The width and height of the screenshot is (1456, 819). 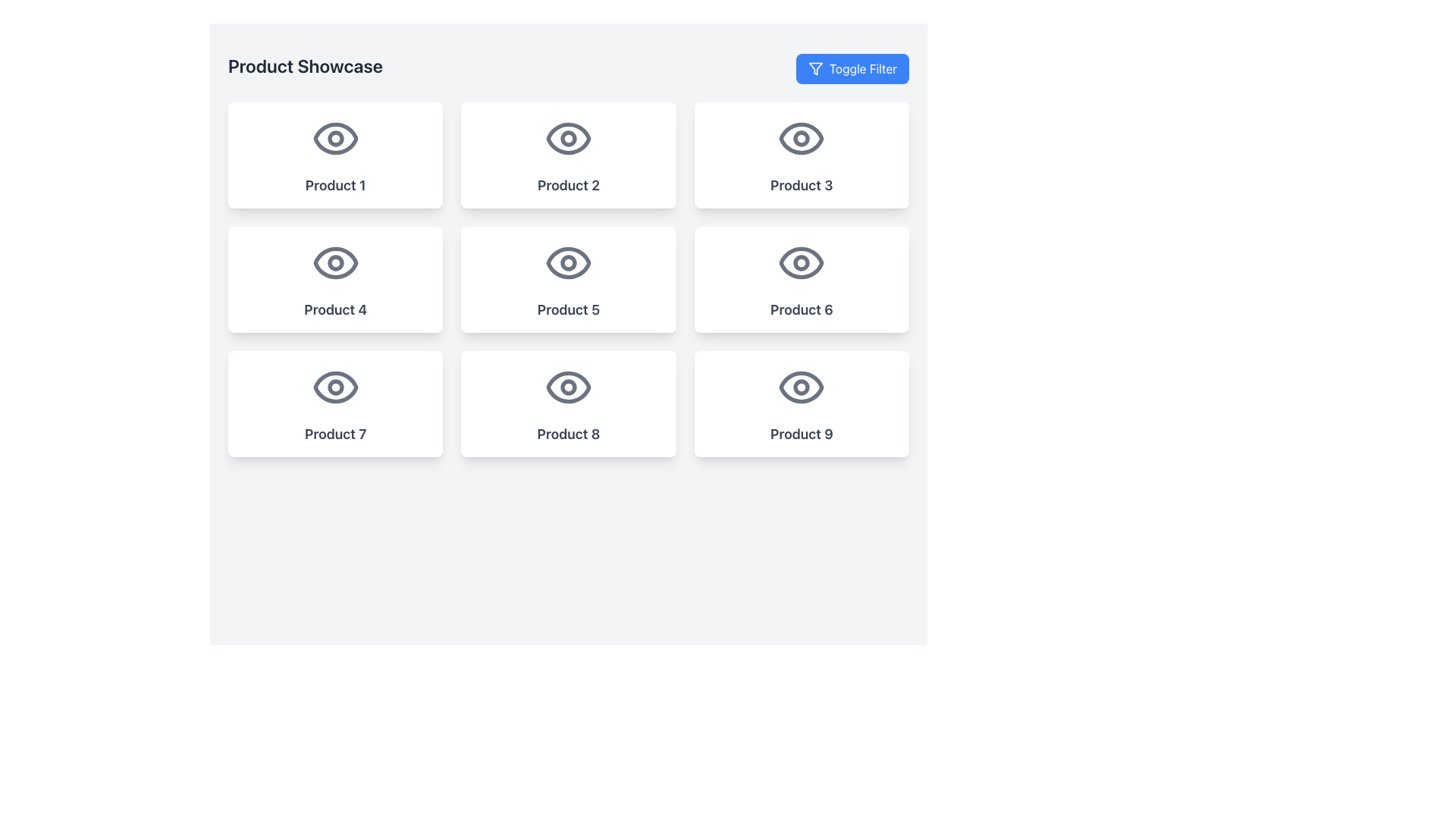 What do you see at coordinates (567, 386) in the screenshot?
I see `the eye icon located at the center of the 'Product 8' box, which is styled in gray and positioned above the product label` at bounding box center [567, 386].